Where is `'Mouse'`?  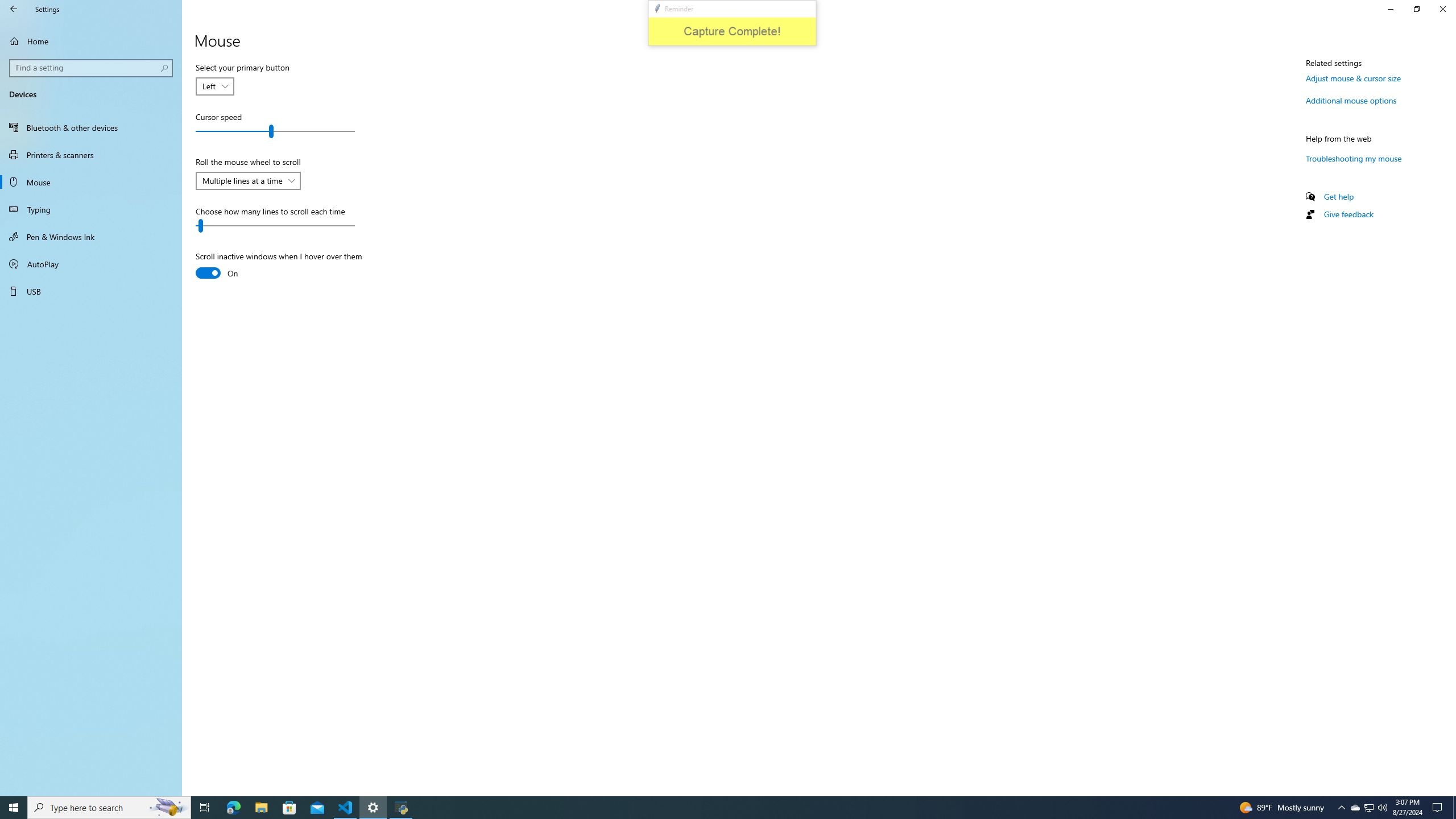 'Mouse' is located at coordinates (90, 181).